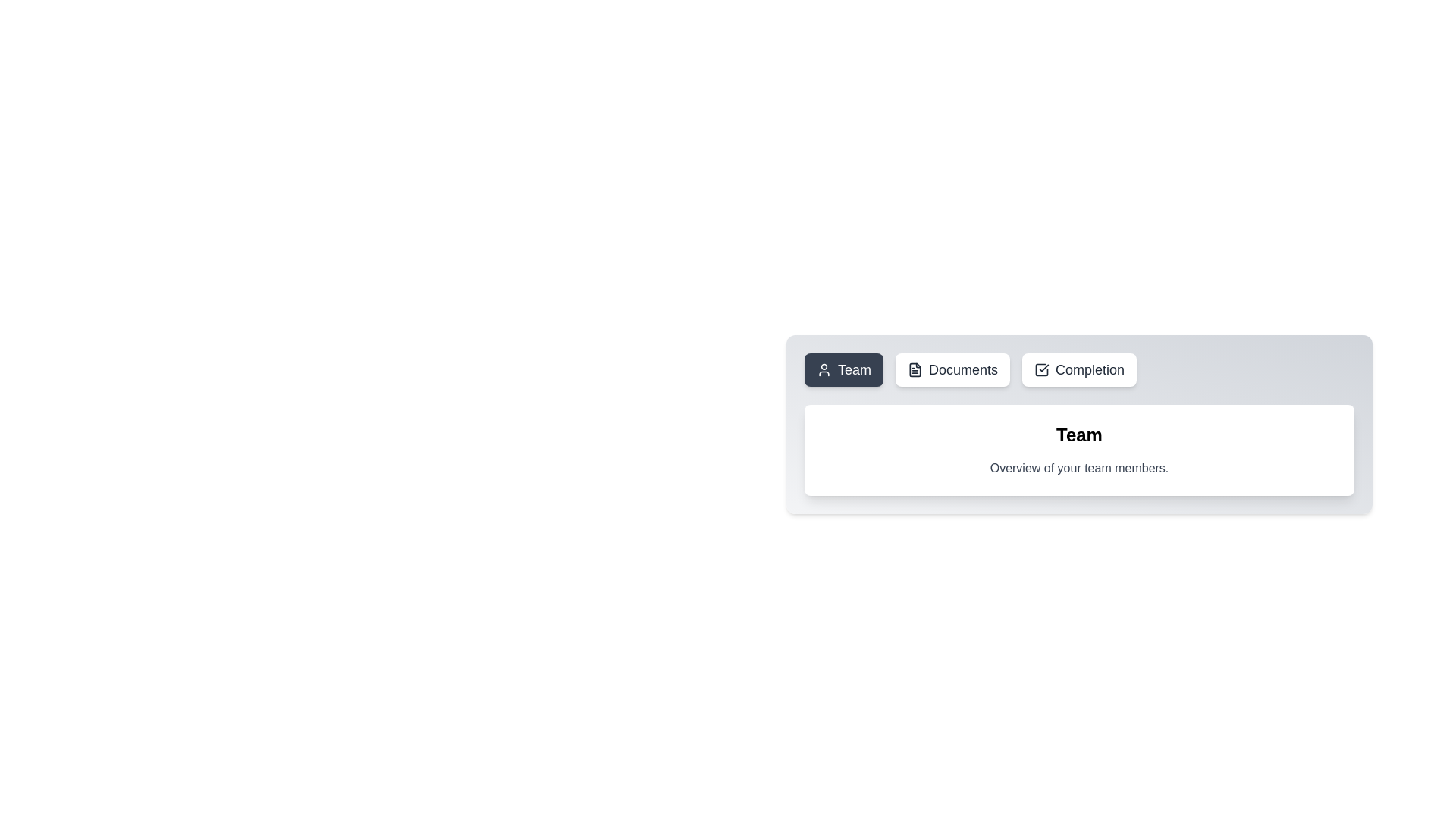 The image size is (1456, 819). I want to click on the outlined file icon in the navigation bar, so click(915, 370).